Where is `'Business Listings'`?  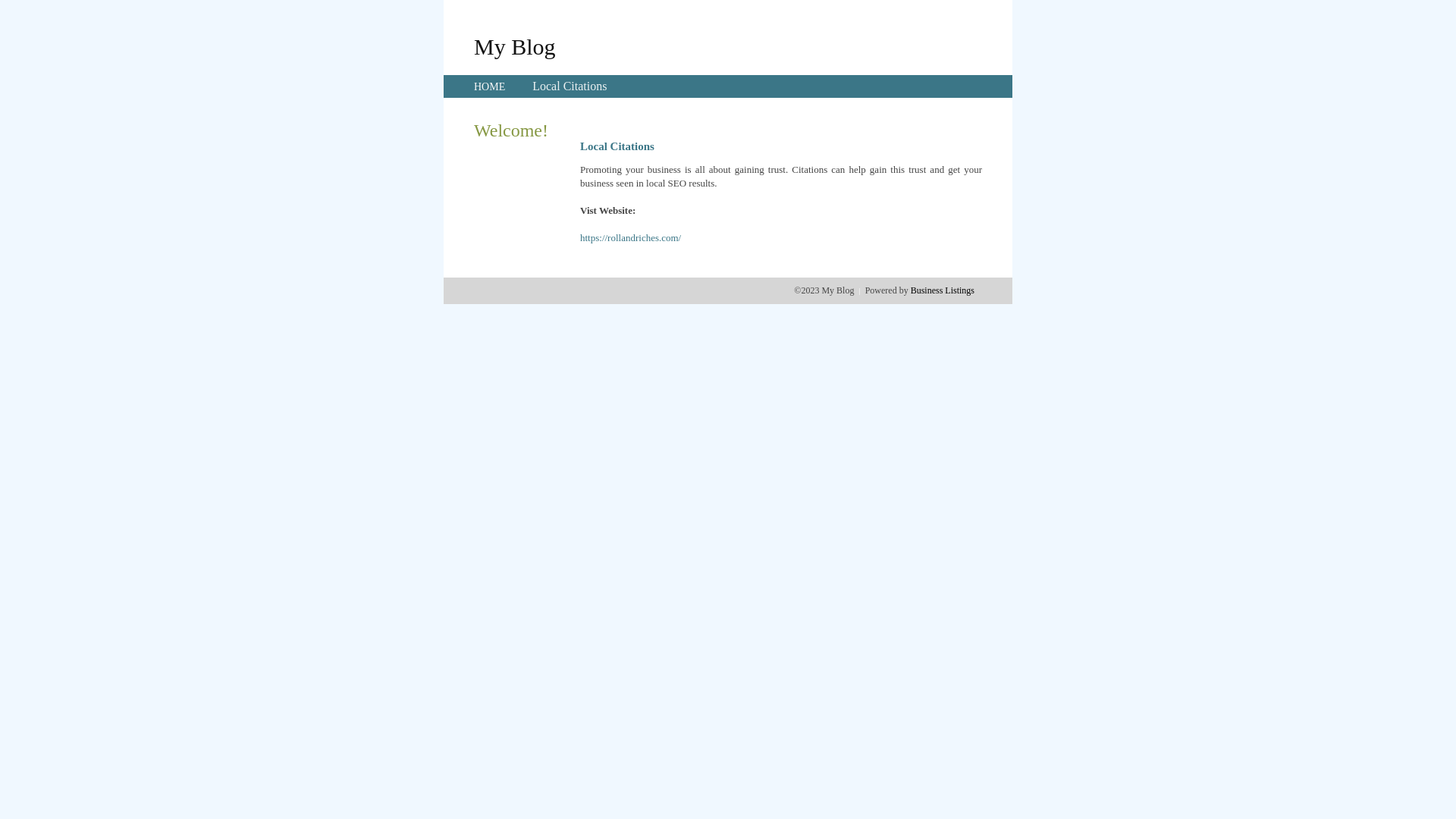
'Business Listings' is located at coordinates (942, 290).